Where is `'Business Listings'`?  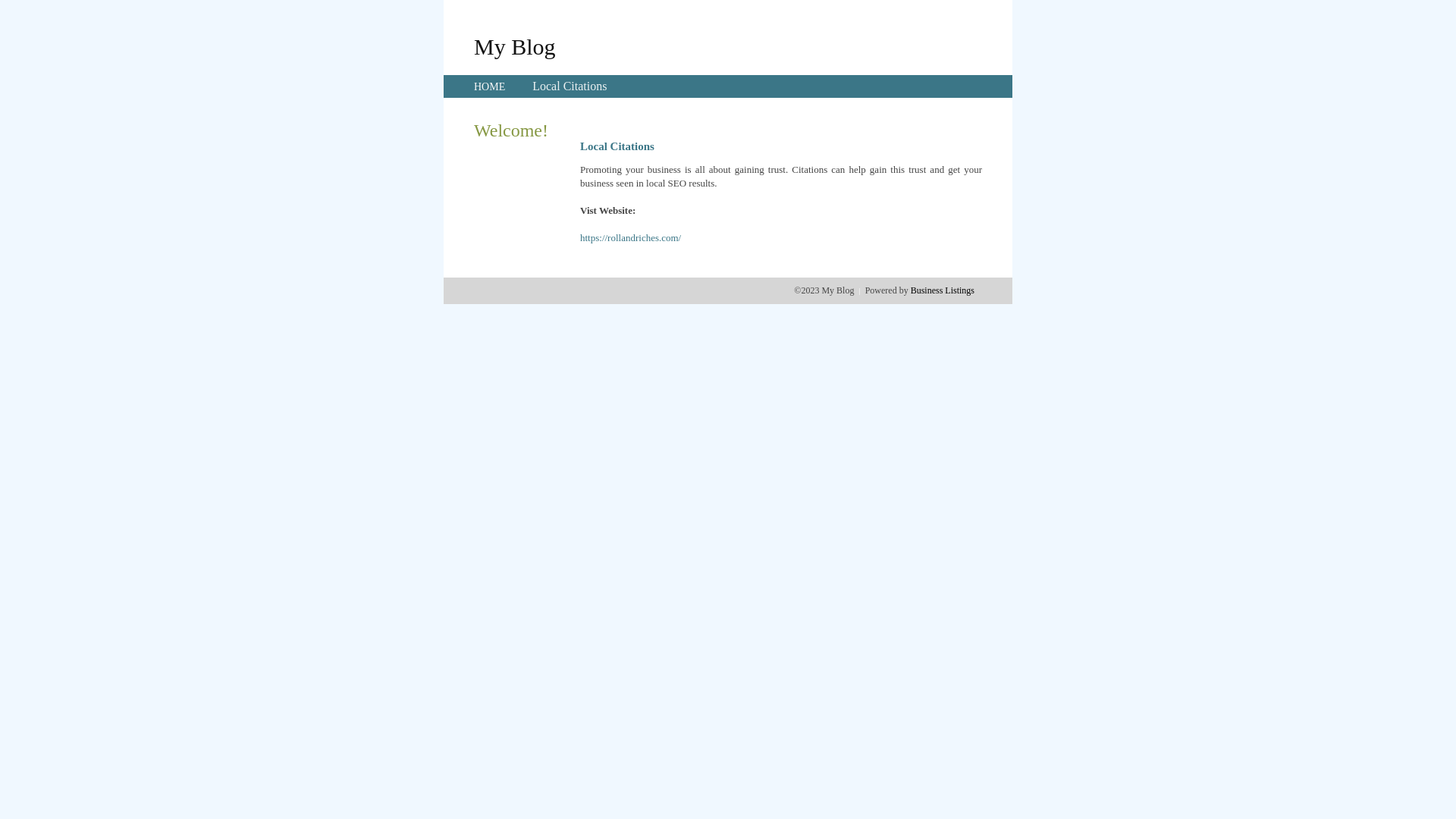
'Business Listings' is located at coordinates (942, 290).